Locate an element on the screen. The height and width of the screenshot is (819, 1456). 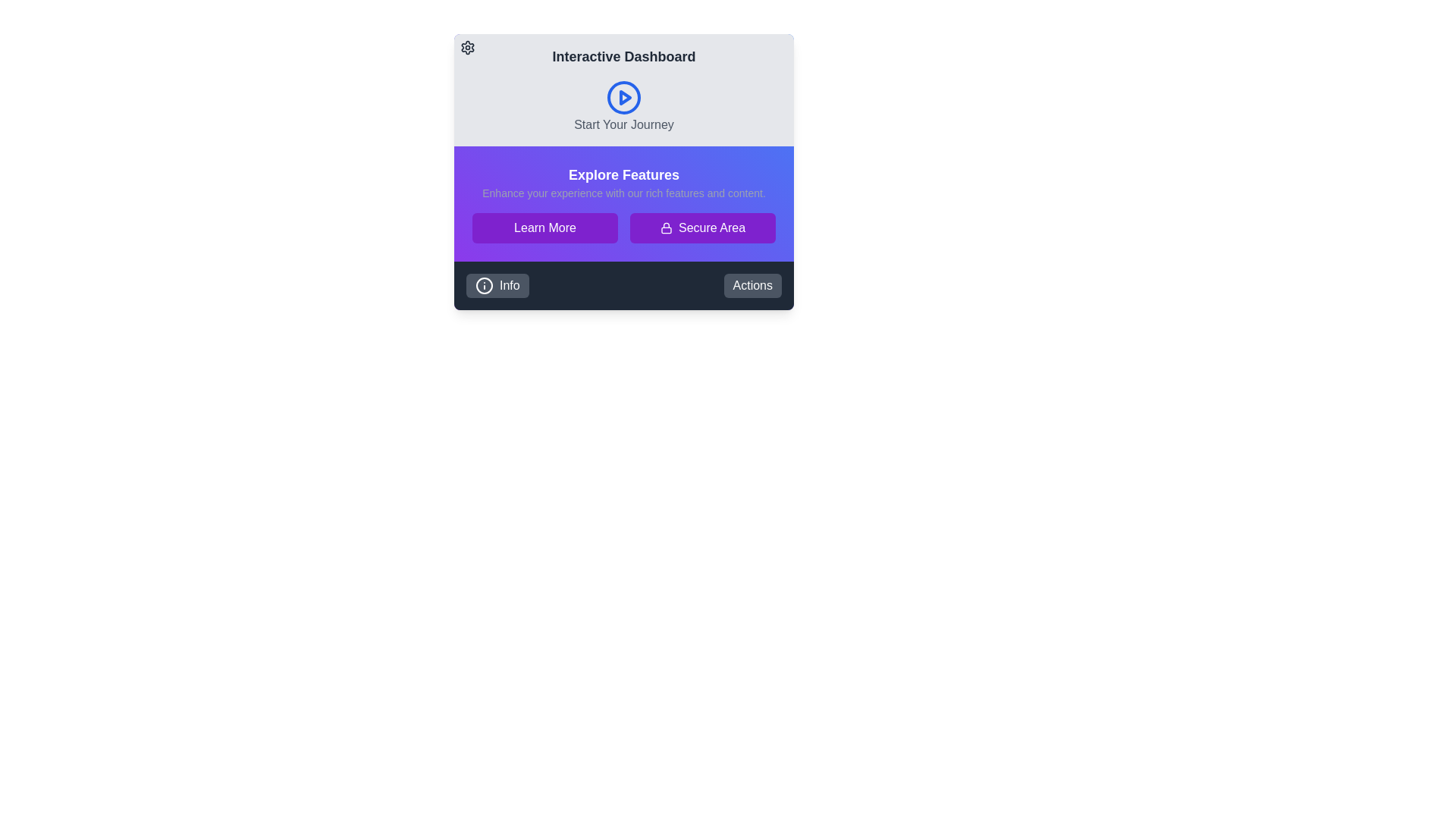
the button located beneath the heading 'Explore Features' and to the left of the 'Secure Area' button is located at coordinates (545, 227).